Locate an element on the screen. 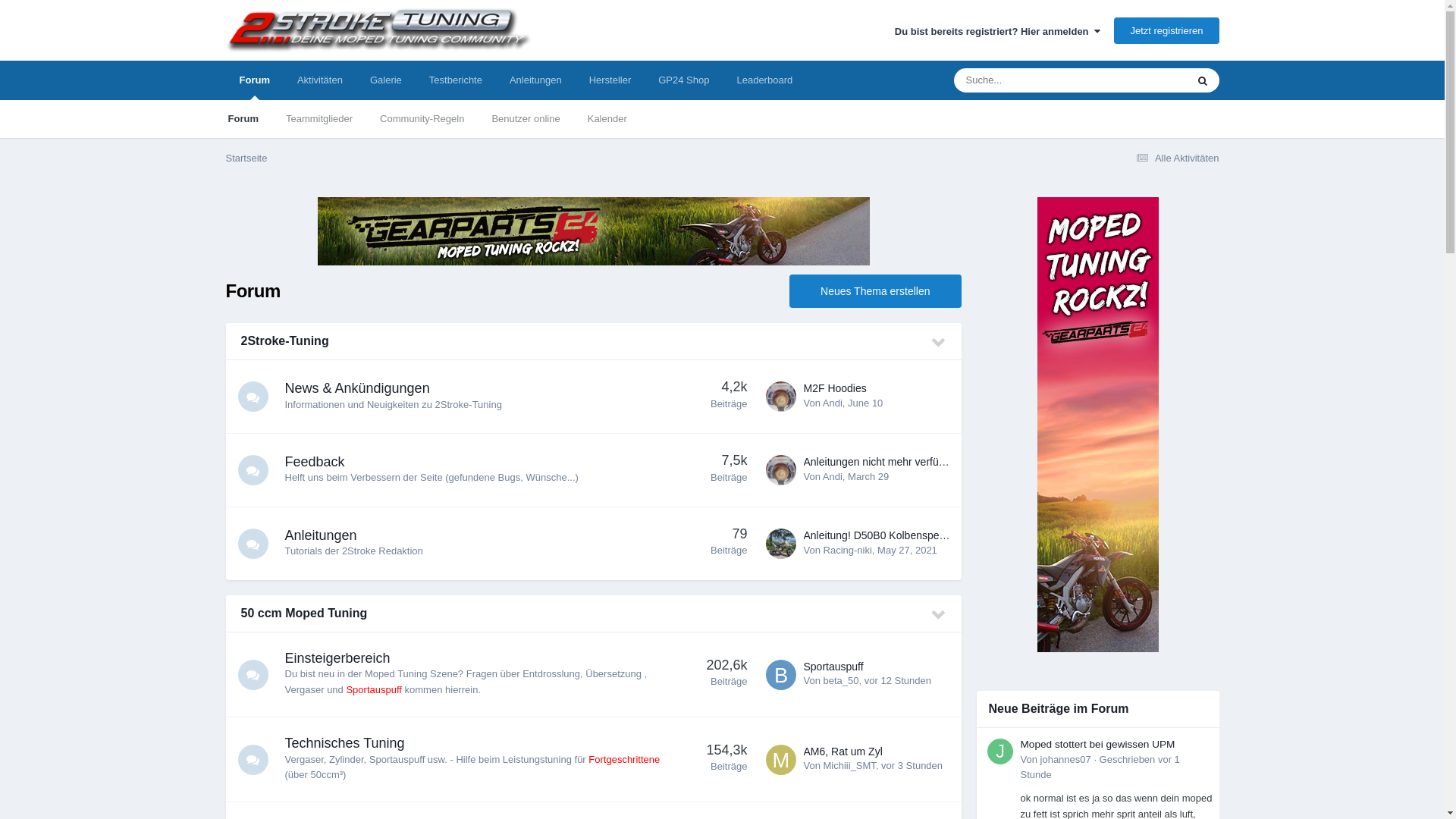  'AM6, Rat um Zyl' is located at coordinates (843, 752).